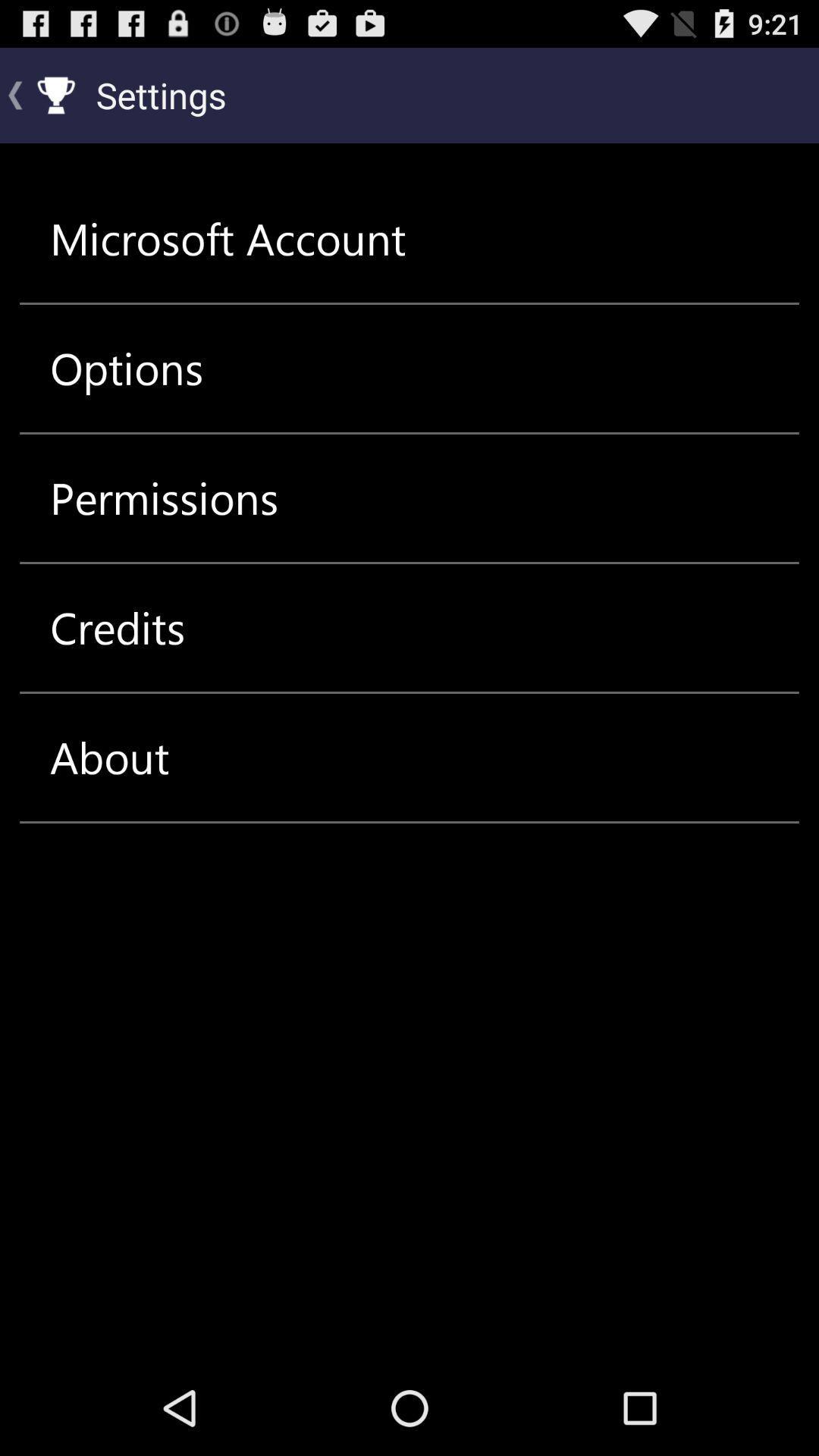 This screenshot has width=819, height=1456. I want to click on icon above options item, so click(227, 238).